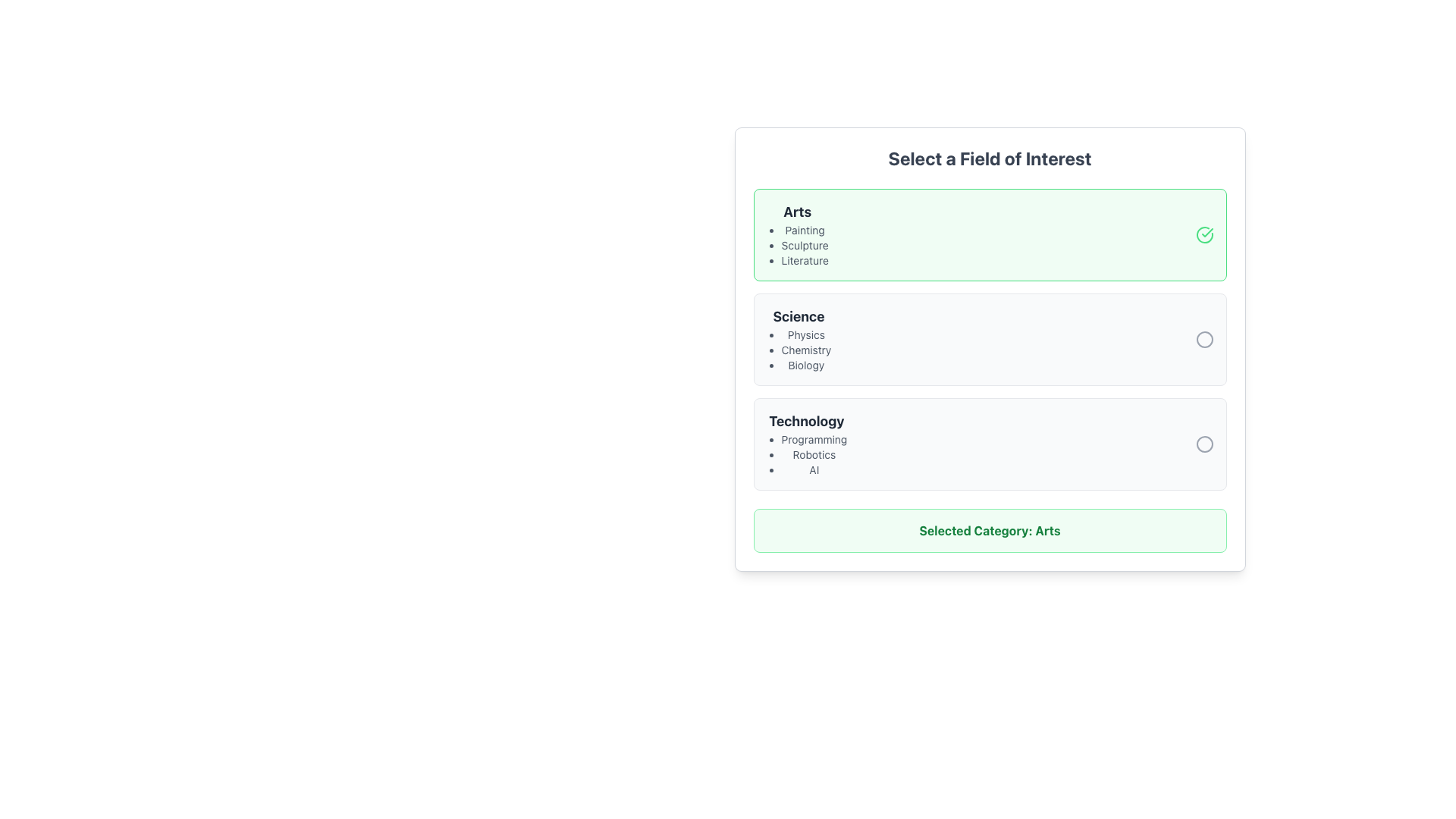 The height and width of the screenshot is (819, 1456). Describe the element at coordinates (804, 259) in the screenshot. I see `text from the 'Literature' text label, which is the third item in the vertical list under the 'Arts' section, displayed in gray font color` at that location.